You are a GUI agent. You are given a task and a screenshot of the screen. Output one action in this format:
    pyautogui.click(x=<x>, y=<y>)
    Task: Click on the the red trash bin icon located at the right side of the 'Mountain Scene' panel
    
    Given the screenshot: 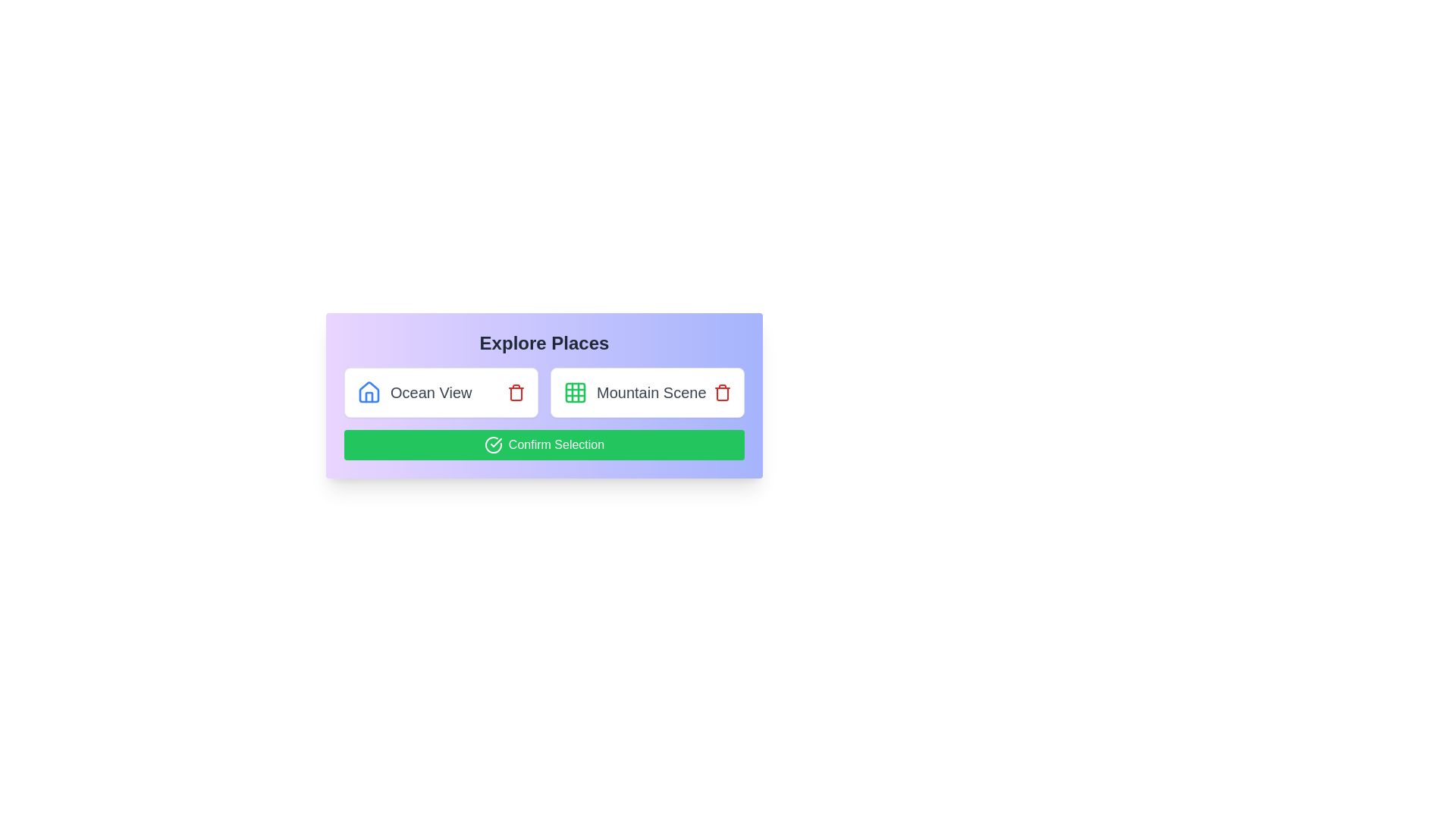 What is the action you would take?
    pyautogui.click(x=722, y=391)
    